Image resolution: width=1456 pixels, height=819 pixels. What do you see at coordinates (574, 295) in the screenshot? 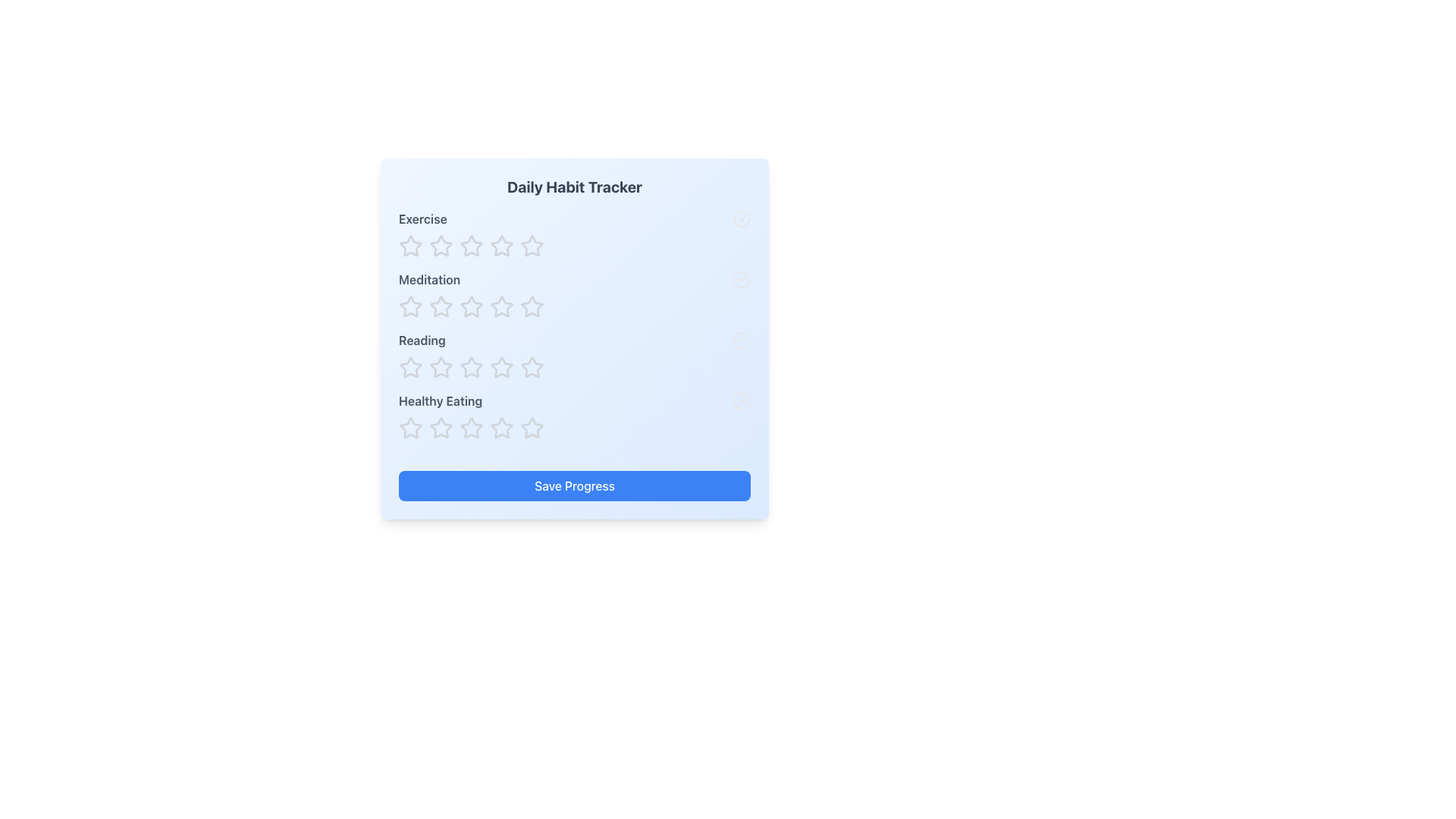
I see `across the five outlined stars in the 'Meditation' rating system` at bounding box center [574, 295].